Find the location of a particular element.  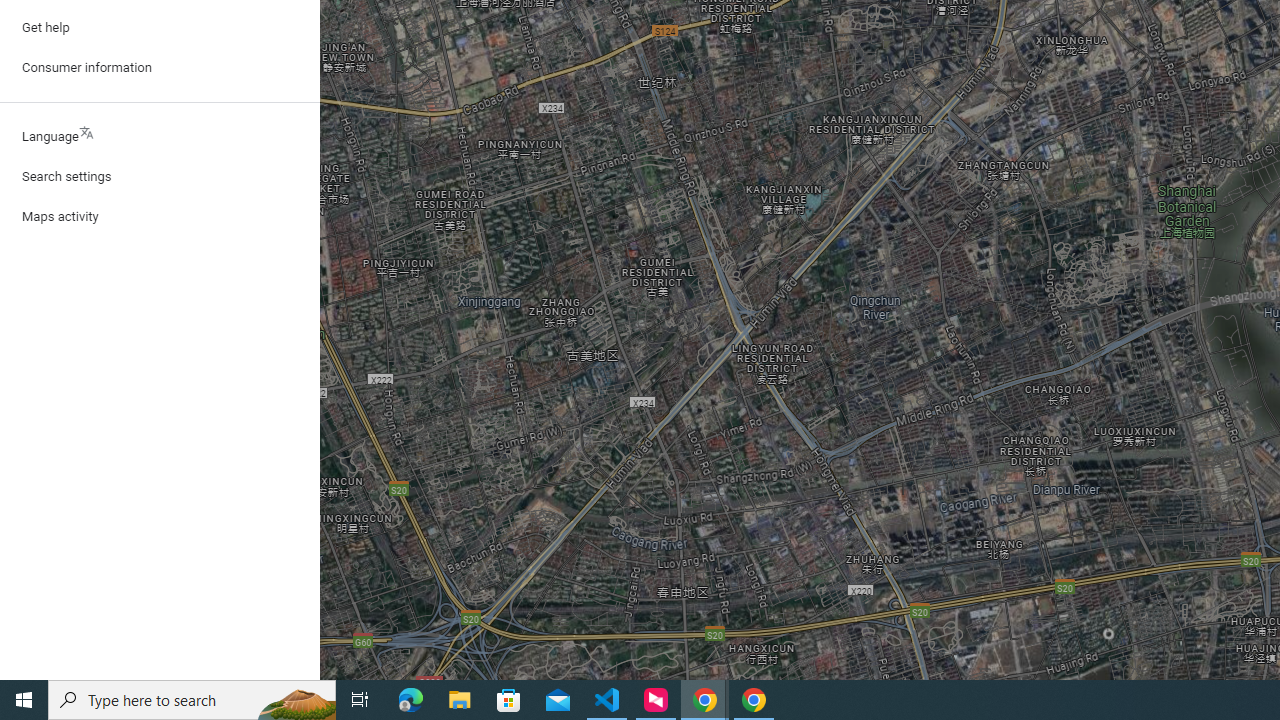

'Maps activity' is located at coordinates (160, 217).